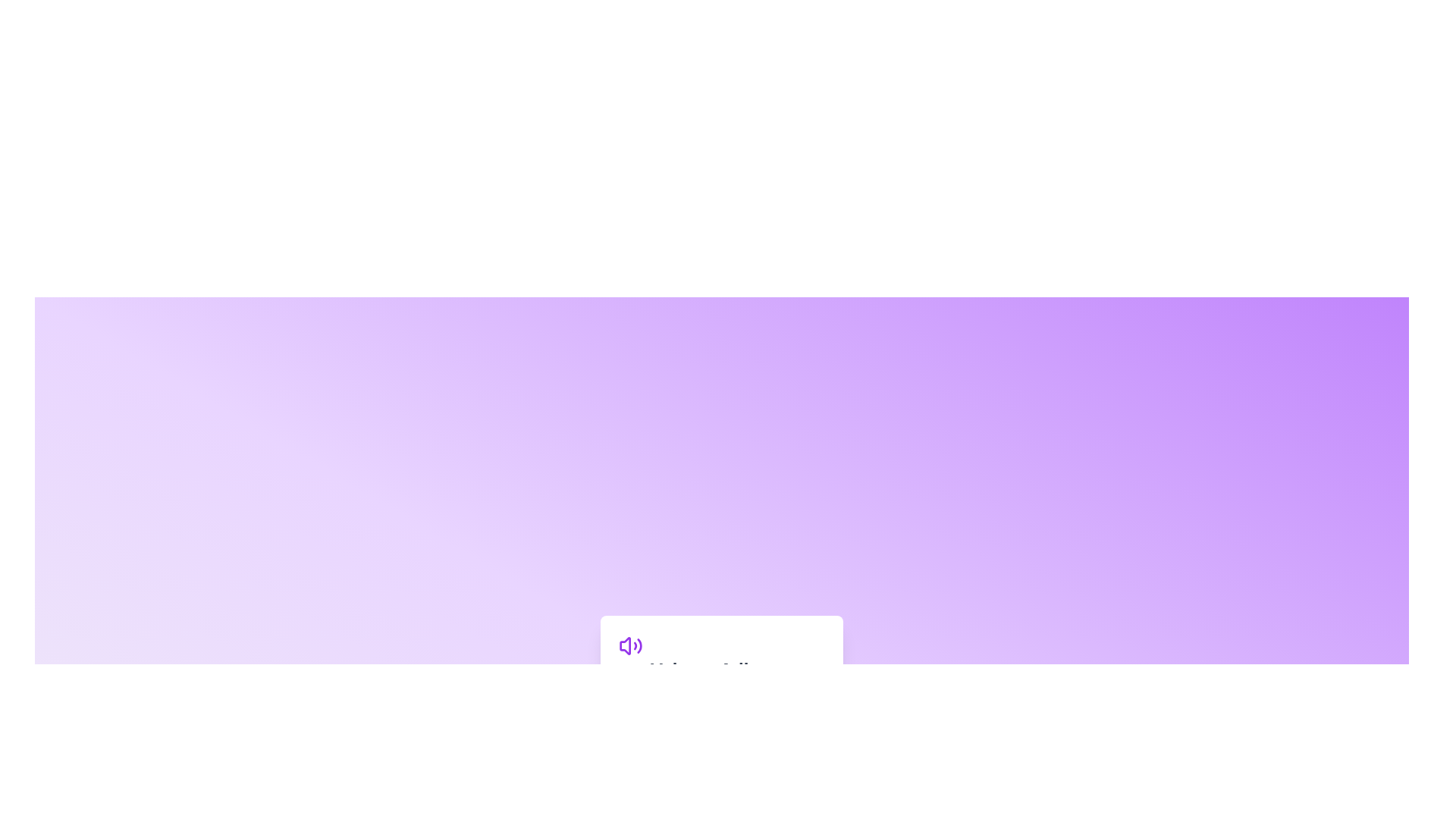  I want to click on the volume slider to set the volume to 73, so click(769, 704).